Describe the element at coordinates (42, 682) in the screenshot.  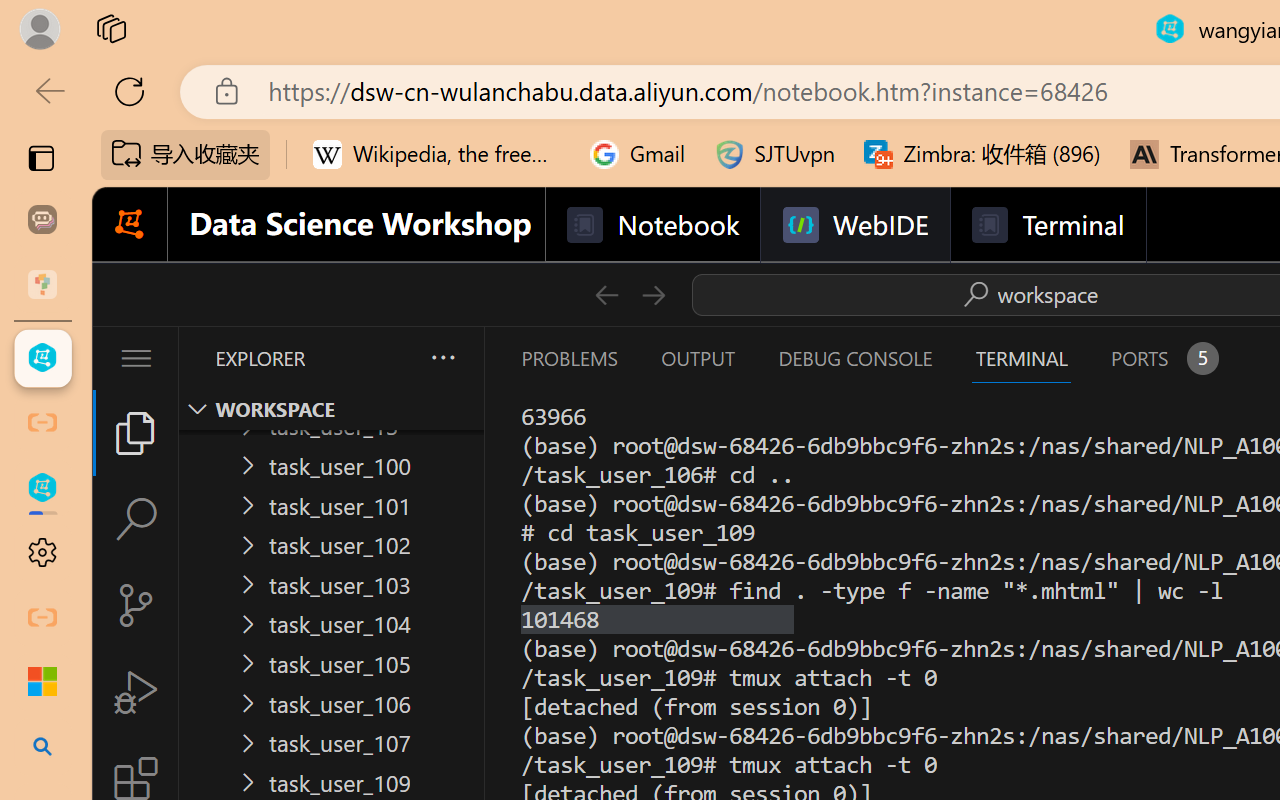
I see `'Microsoft security help and learning'` at that location.